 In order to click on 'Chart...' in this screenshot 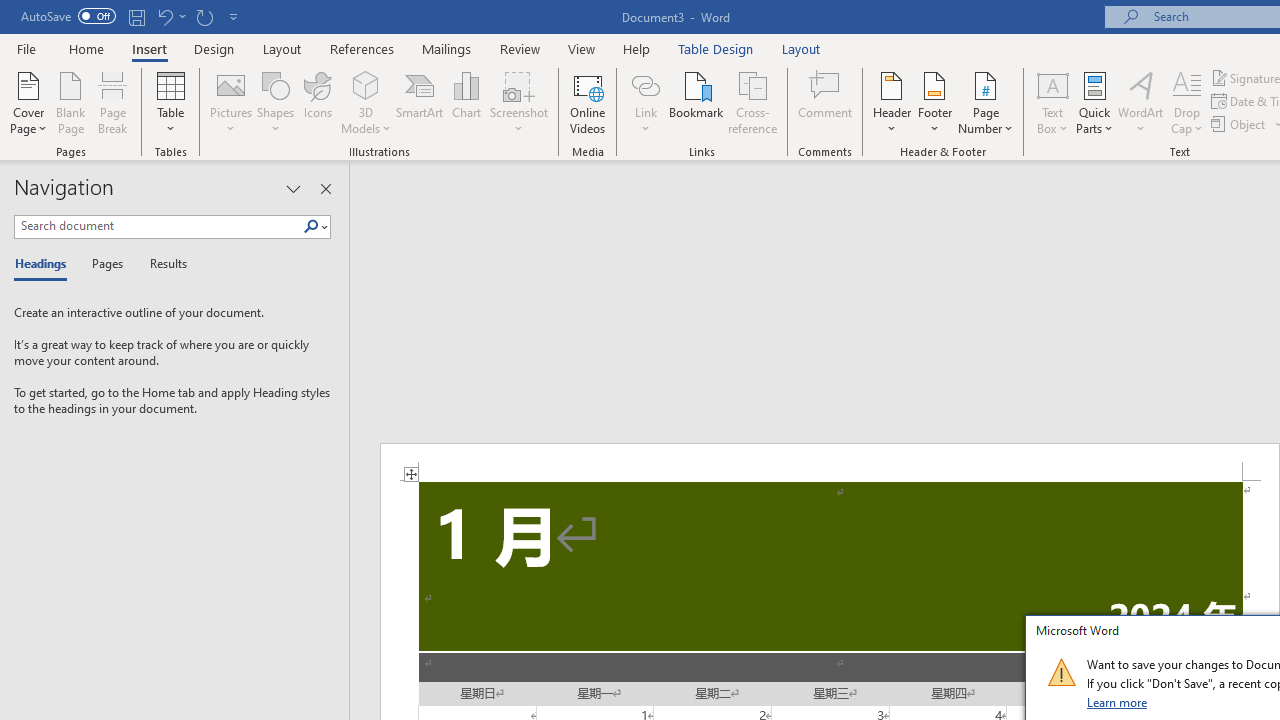, I will do `click(465, 103)`.